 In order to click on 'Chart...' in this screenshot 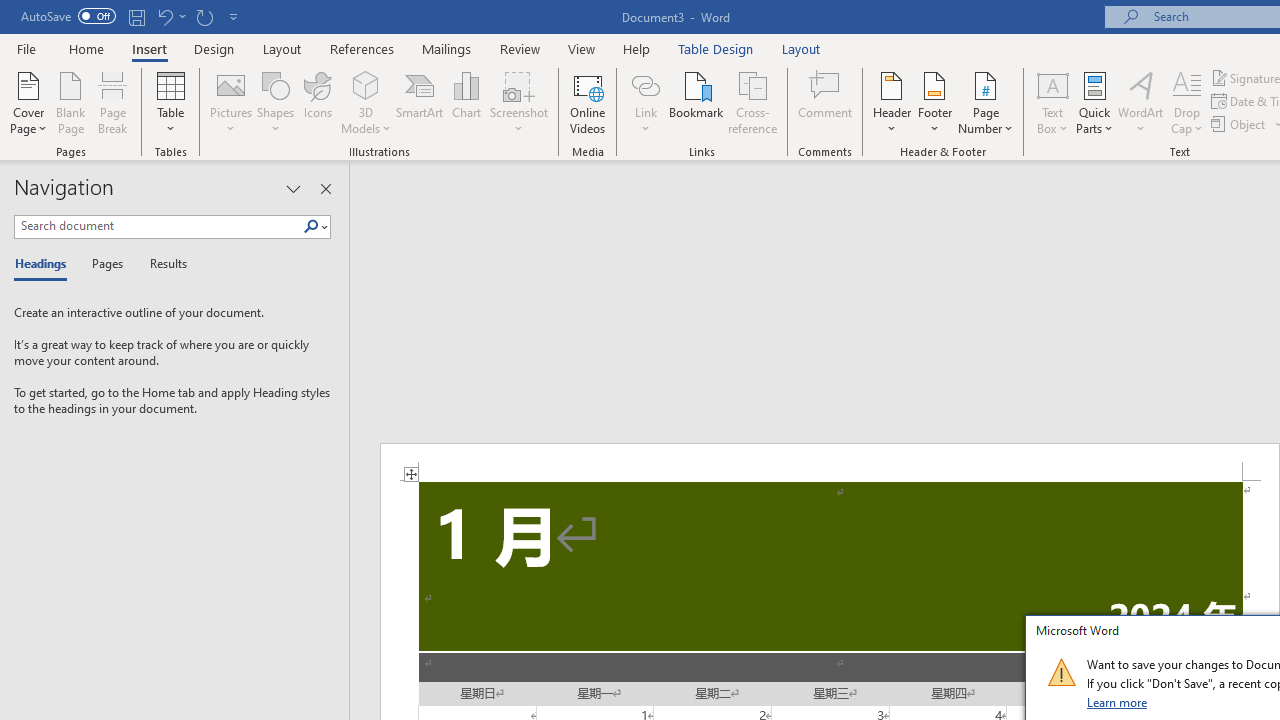, I will do `click(465, 103)`.